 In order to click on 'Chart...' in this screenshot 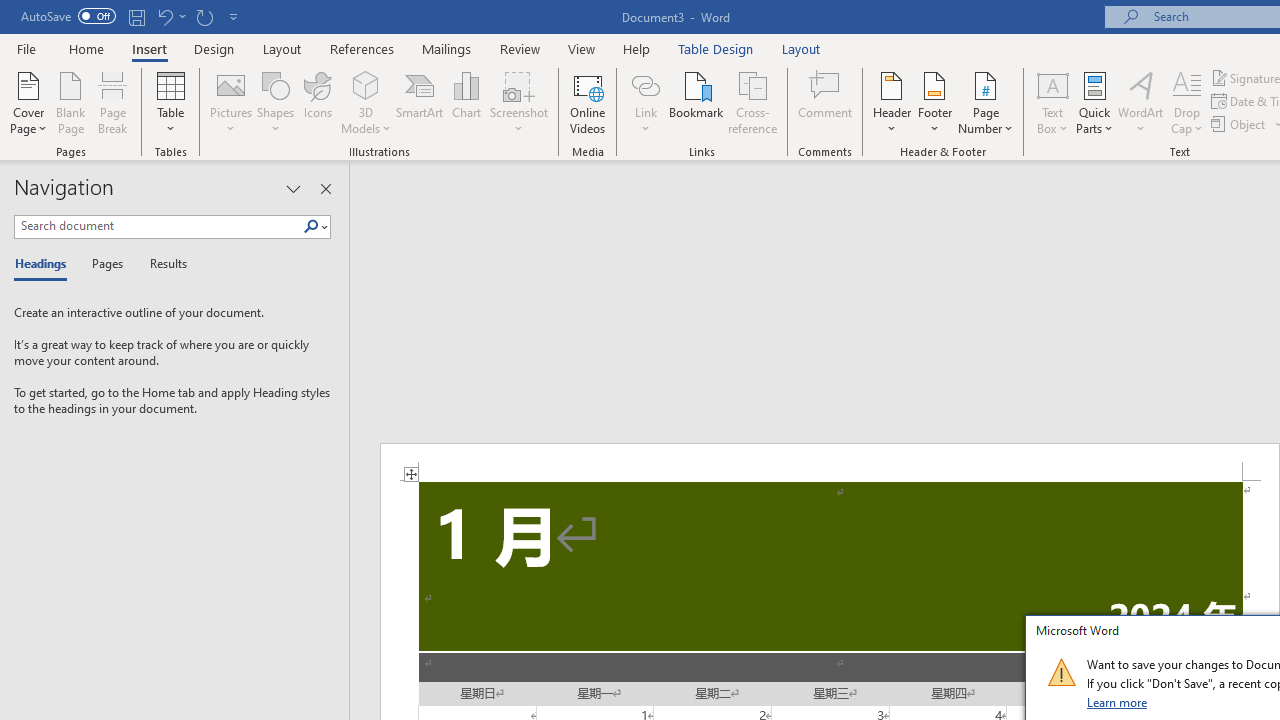, I will do `click(465, 103)`.